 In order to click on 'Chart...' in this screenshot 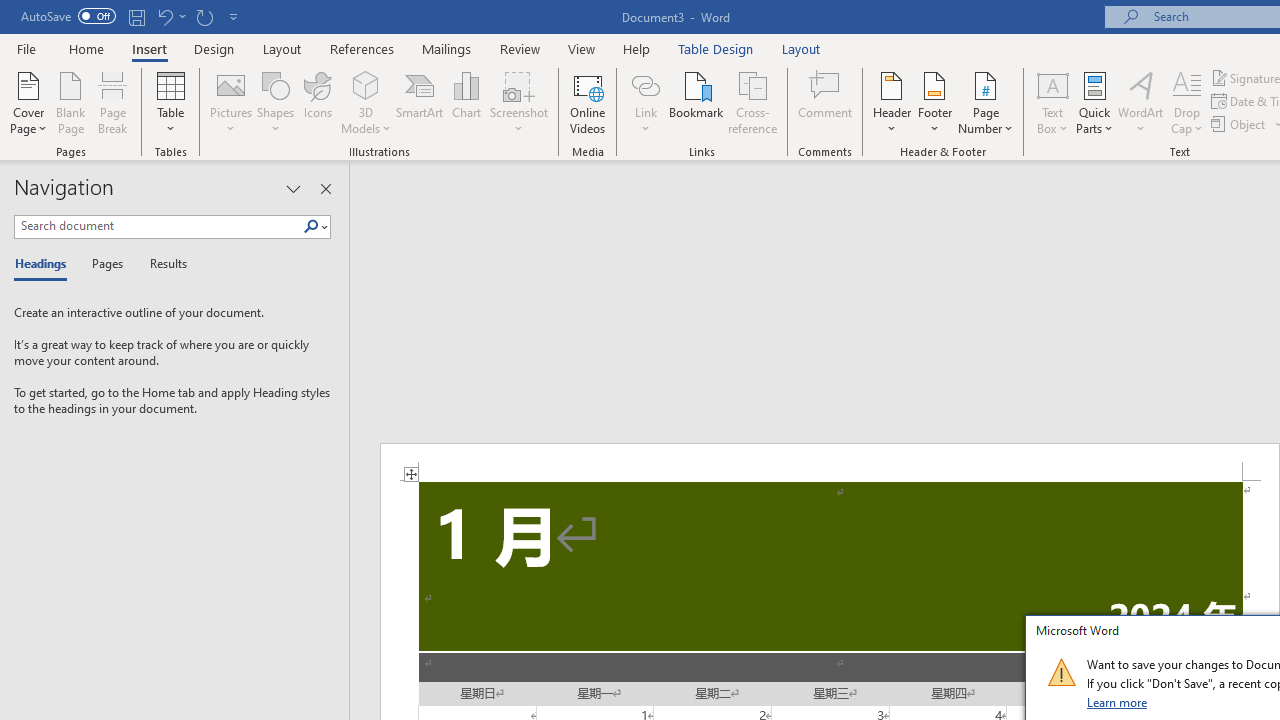, I will do `click(465, 103)`.